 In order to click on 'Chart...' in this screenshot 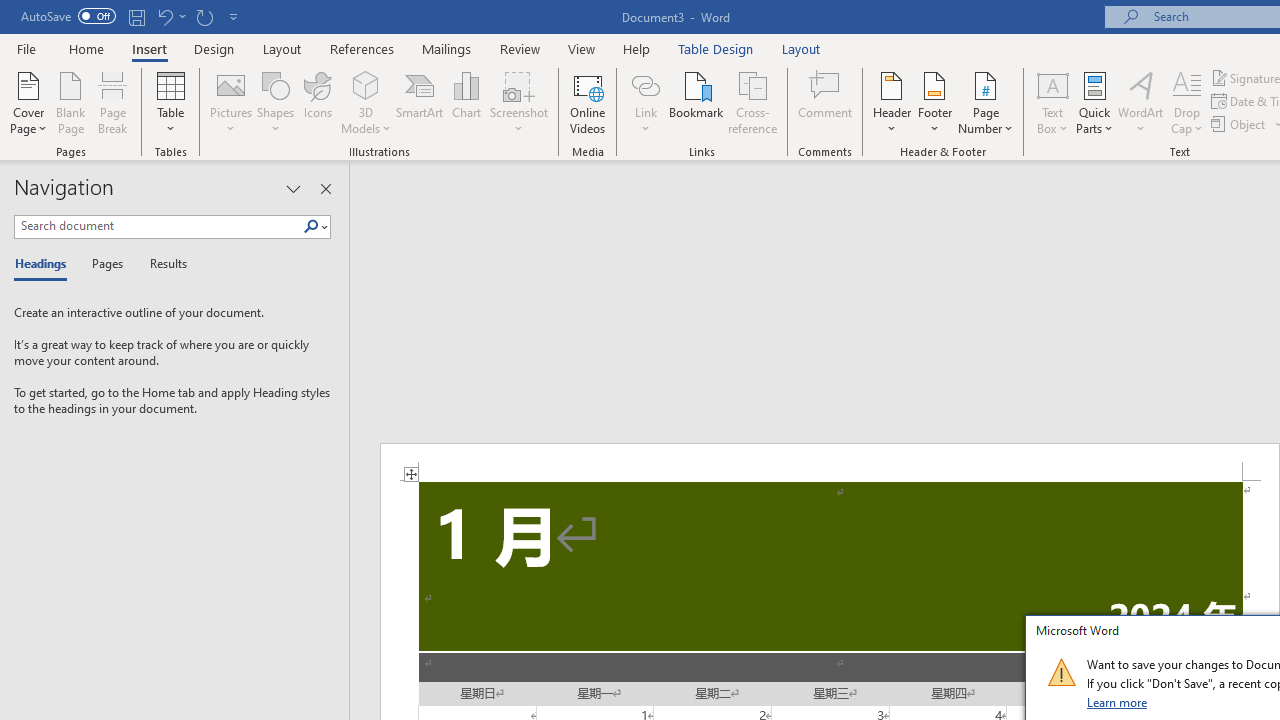, I will do `click(465, 103)`.